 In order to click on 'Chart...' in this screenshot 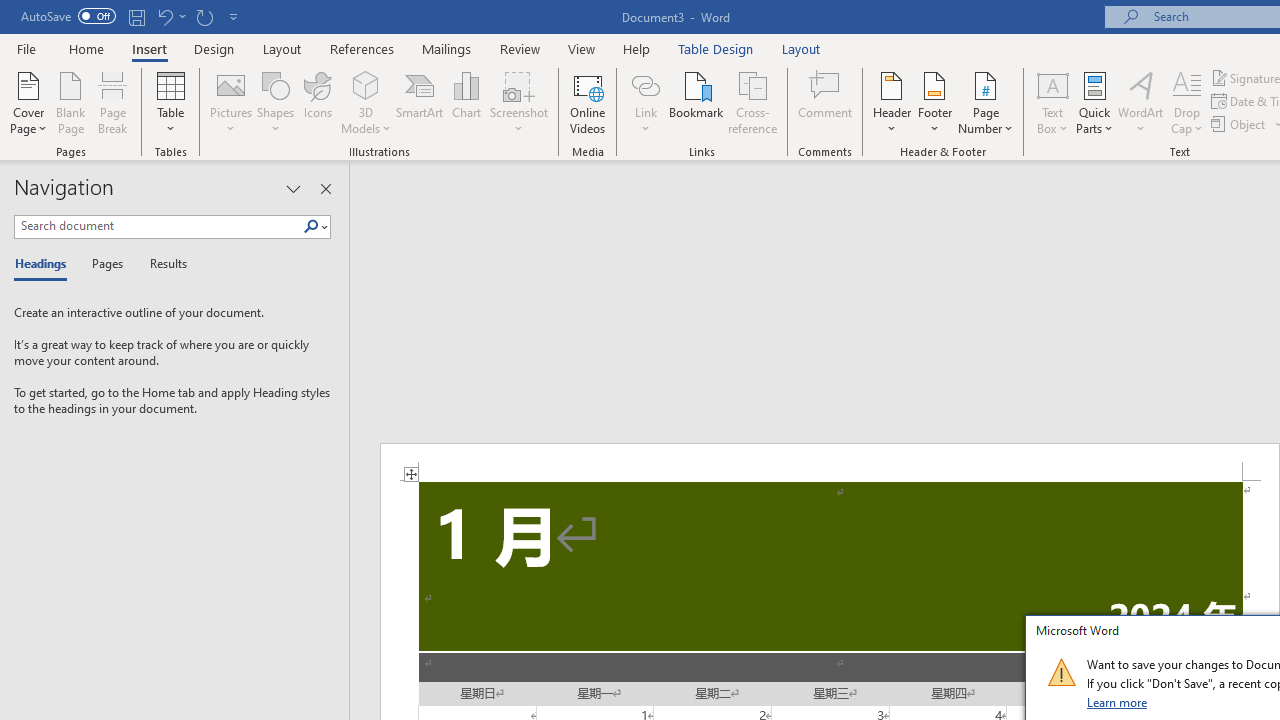, I will do `click(465, 103)`.